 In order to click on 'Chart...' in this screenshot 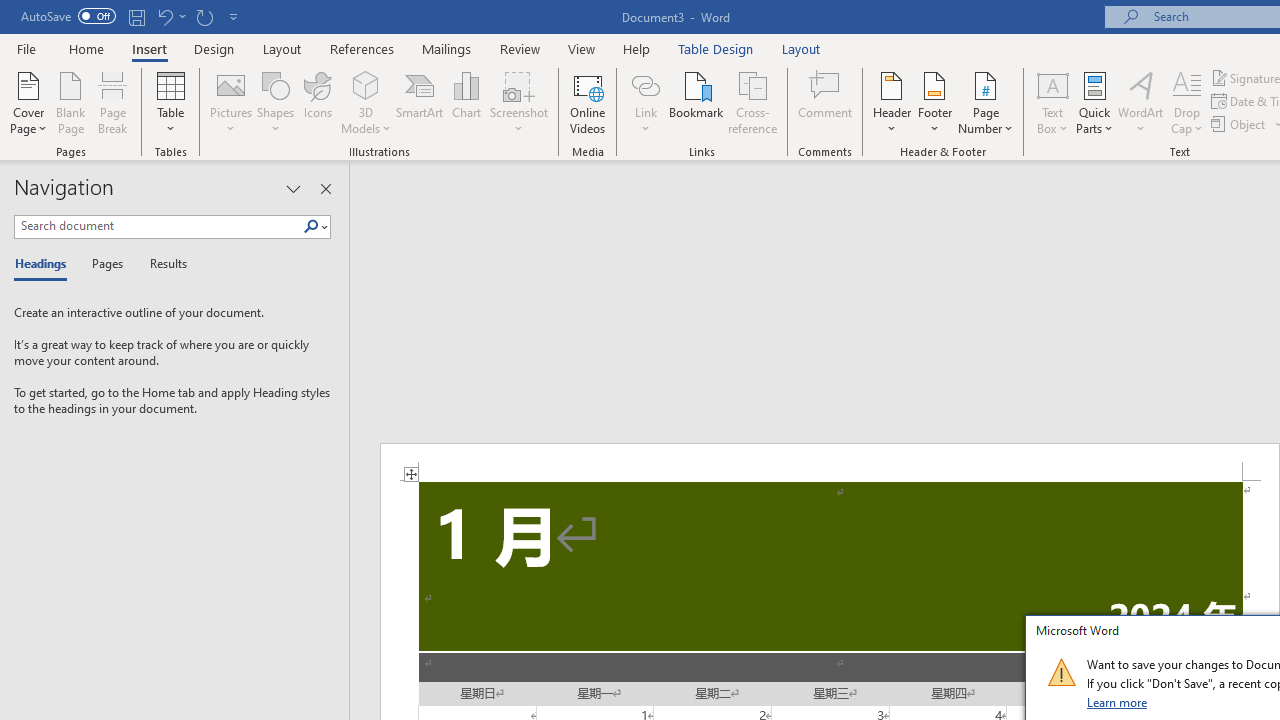, I will do `click(465, 103)`.